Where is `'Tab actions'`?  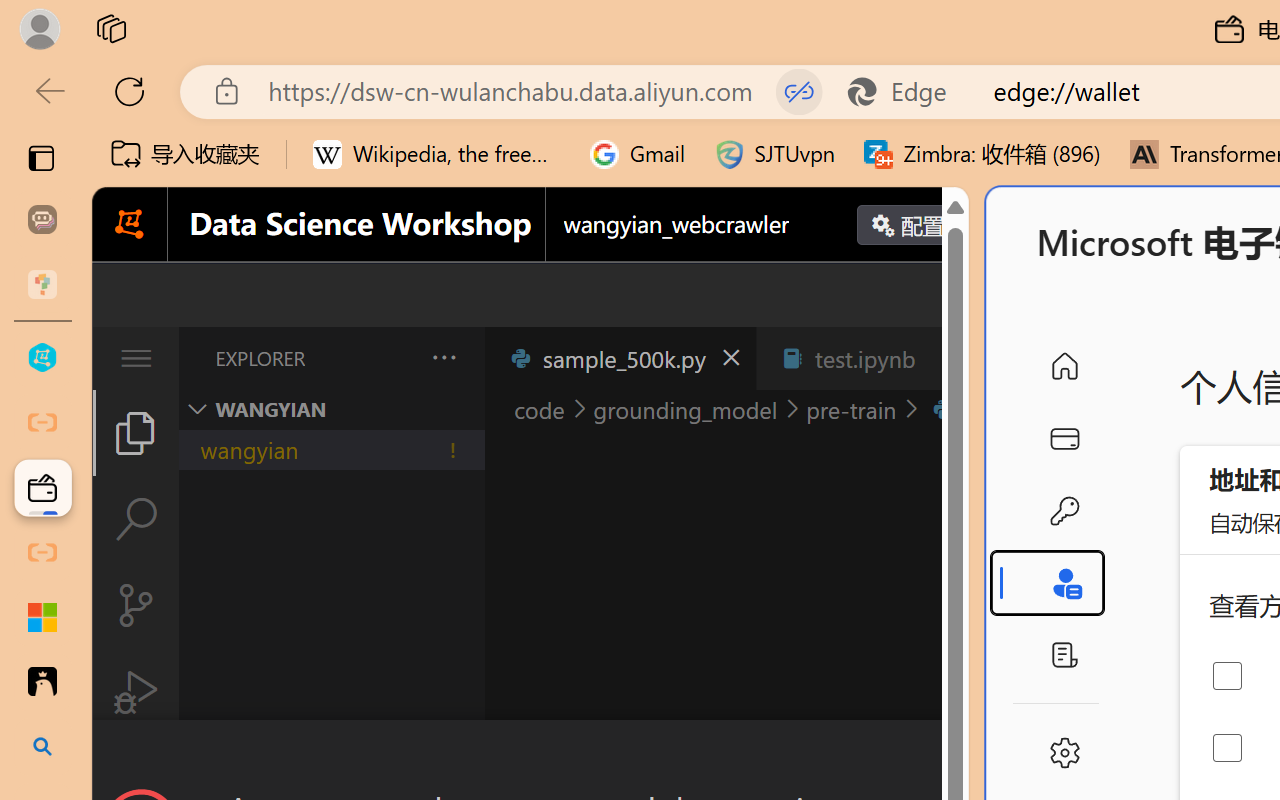
'Tab actions' is located at coordinates (944, 358).